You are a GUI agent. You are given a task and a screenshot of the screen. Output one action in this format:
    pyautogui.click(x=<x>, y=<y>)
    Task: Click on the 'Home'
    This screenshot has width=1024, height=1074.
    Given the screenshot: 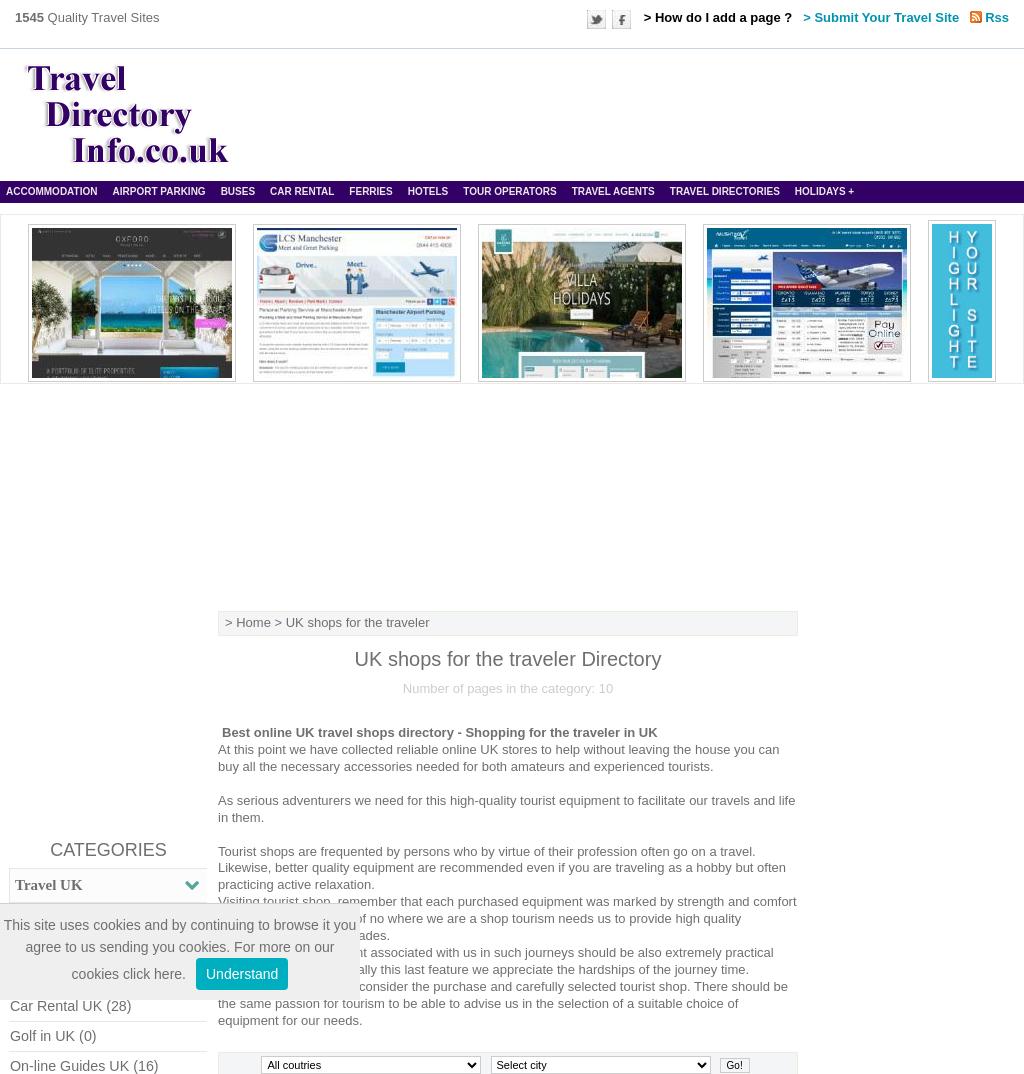 What is the action you would take?
    pyautogui.click(x=235, y=621)
    